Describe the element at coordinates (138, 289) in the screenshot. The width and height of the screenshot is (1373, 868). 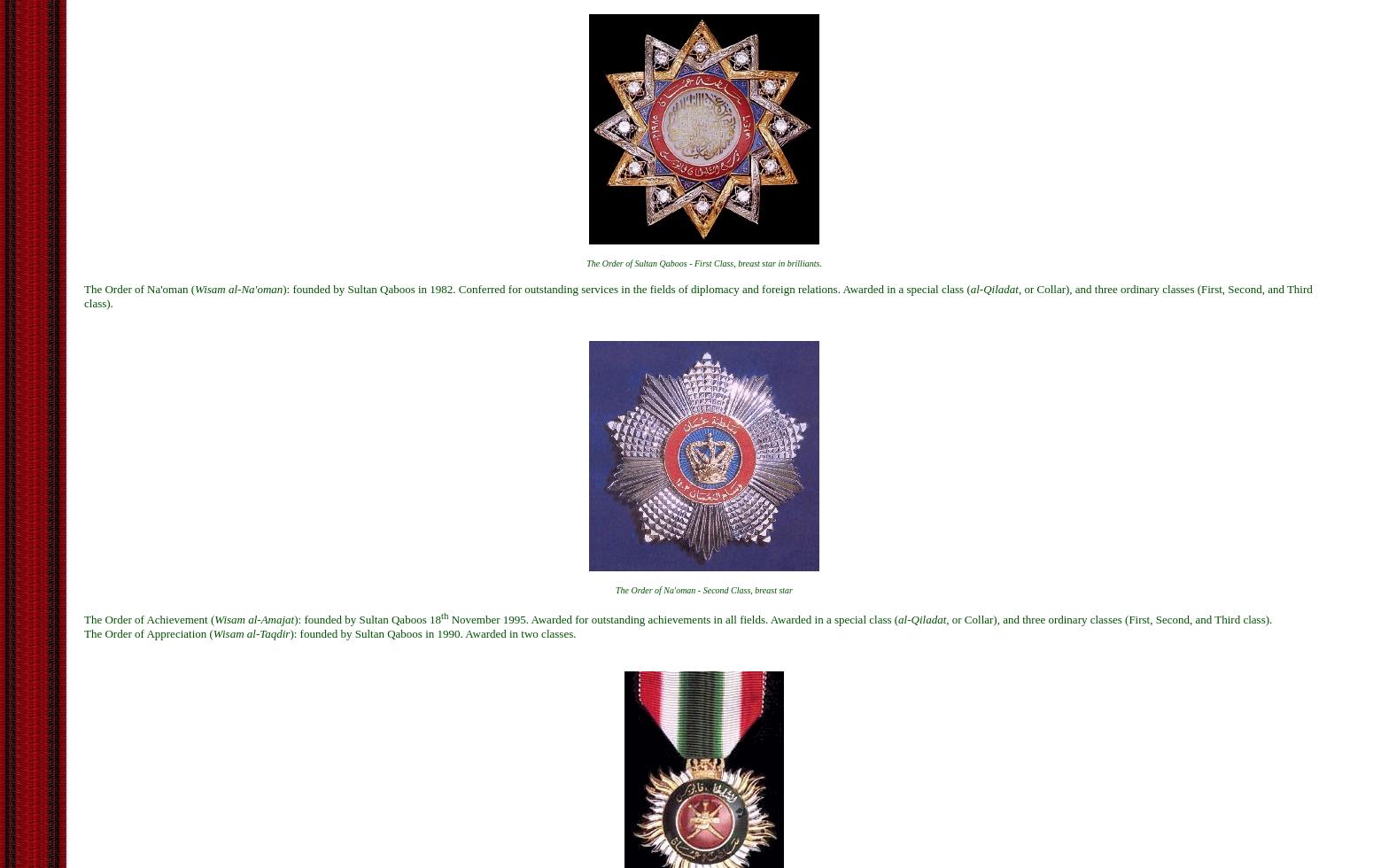
I see `'The Order of Na'oman ('` at that location.